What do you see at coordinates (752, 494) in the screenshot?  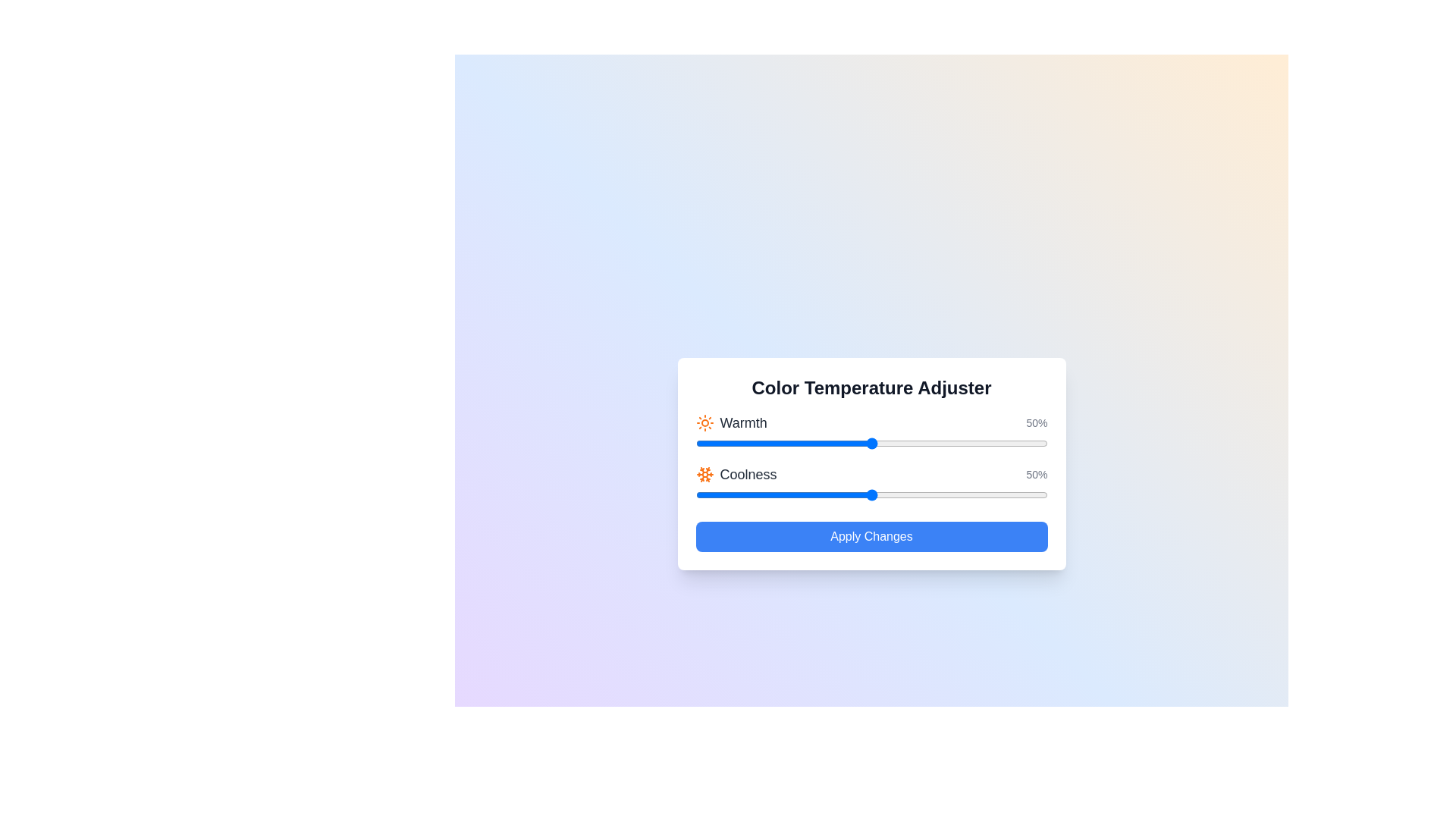 I see `the 'Coolness' slider to 16%` at bounding box center [752, 494].